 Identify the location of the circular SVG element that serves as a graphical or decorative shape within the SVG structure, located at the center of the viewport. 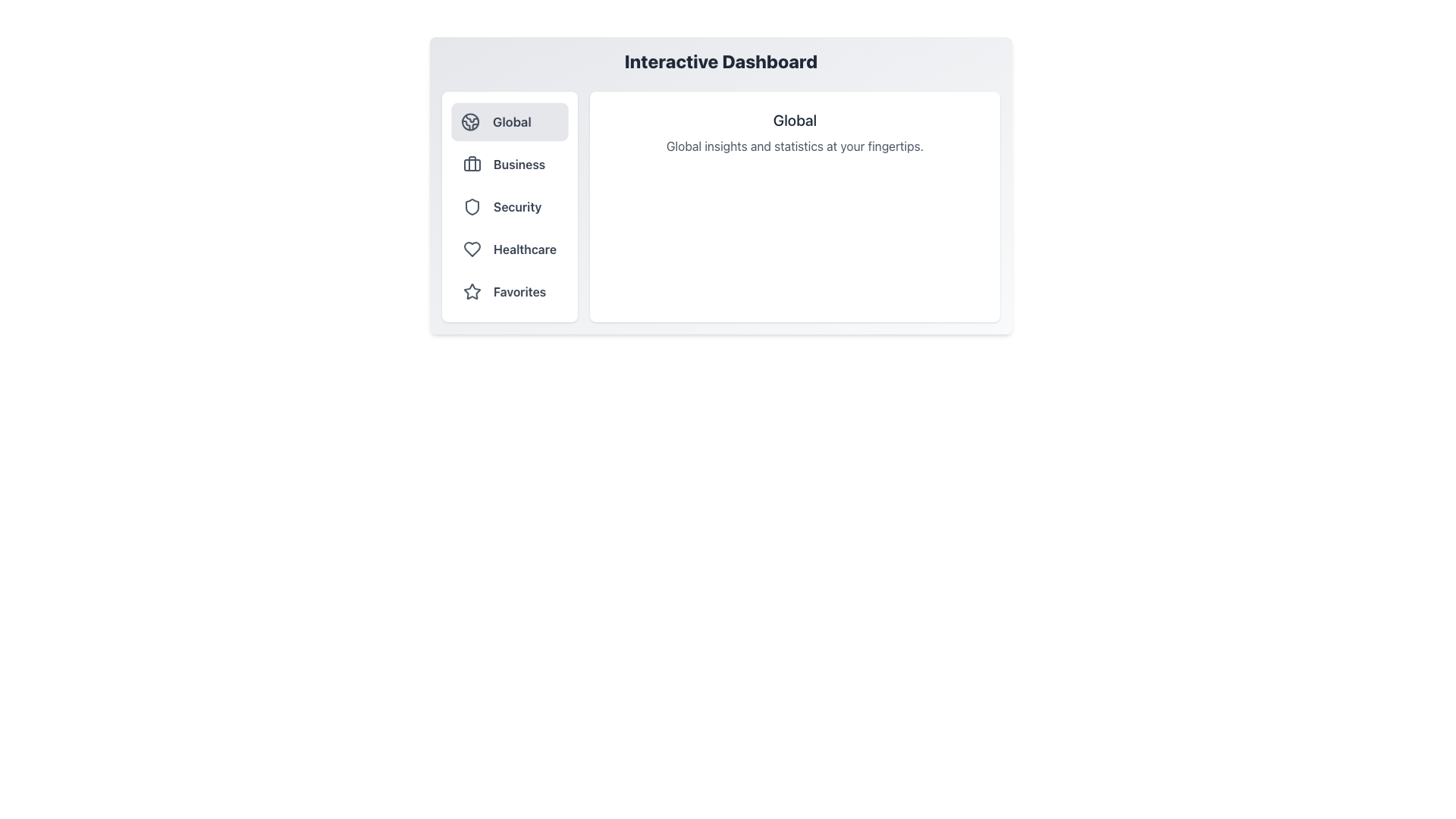
(469, 121).